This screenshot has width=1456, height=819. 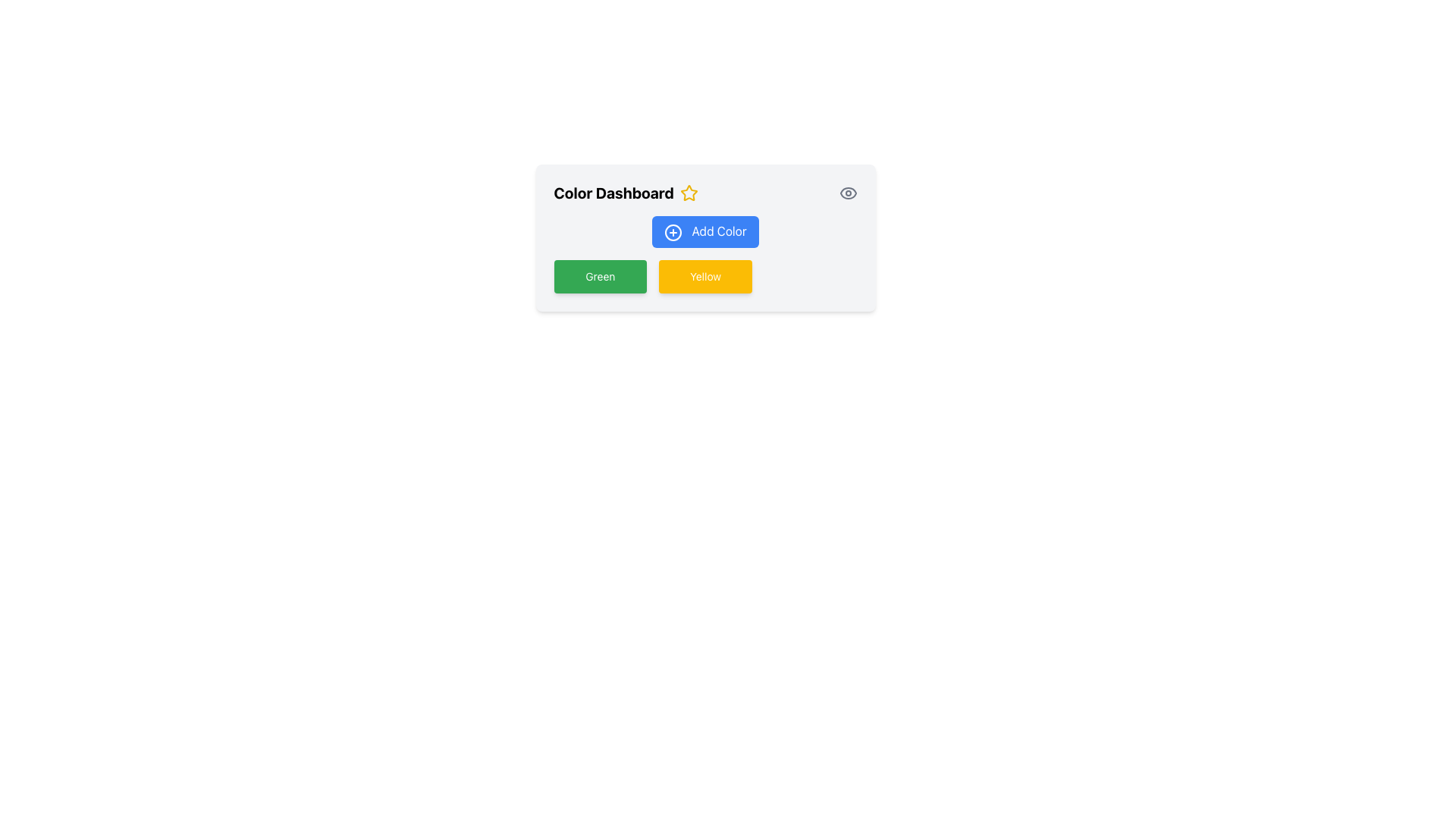 I want to click on the text label within the yellow button located at the center of the button, positioned in the lower-right part of the card layout, so click(x=704, y=276).